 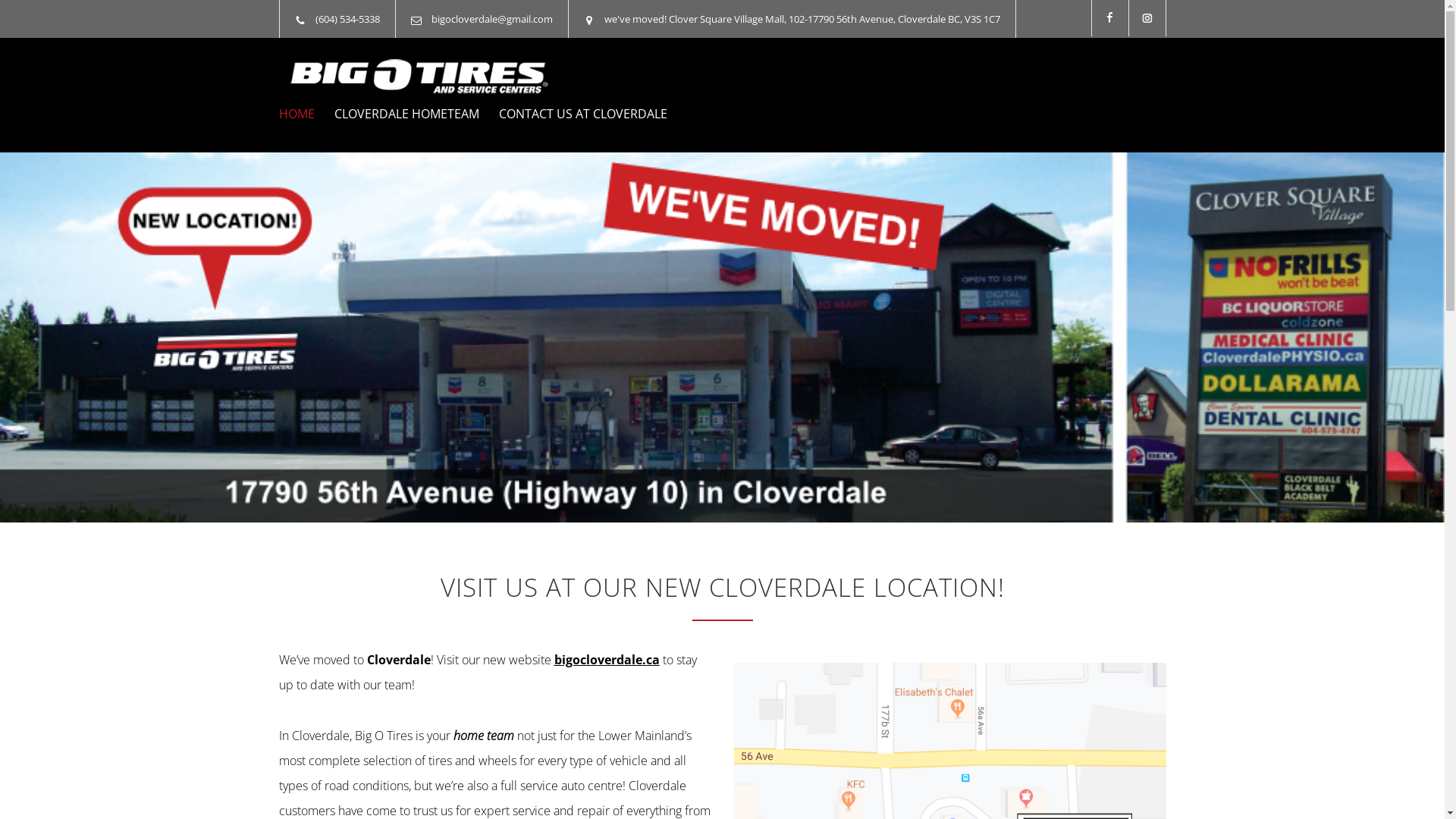 What do you see at coordinates (419, 76) in the screenshot?
I see `'Big O Tires Langley'` at bounding box center [419, 76].